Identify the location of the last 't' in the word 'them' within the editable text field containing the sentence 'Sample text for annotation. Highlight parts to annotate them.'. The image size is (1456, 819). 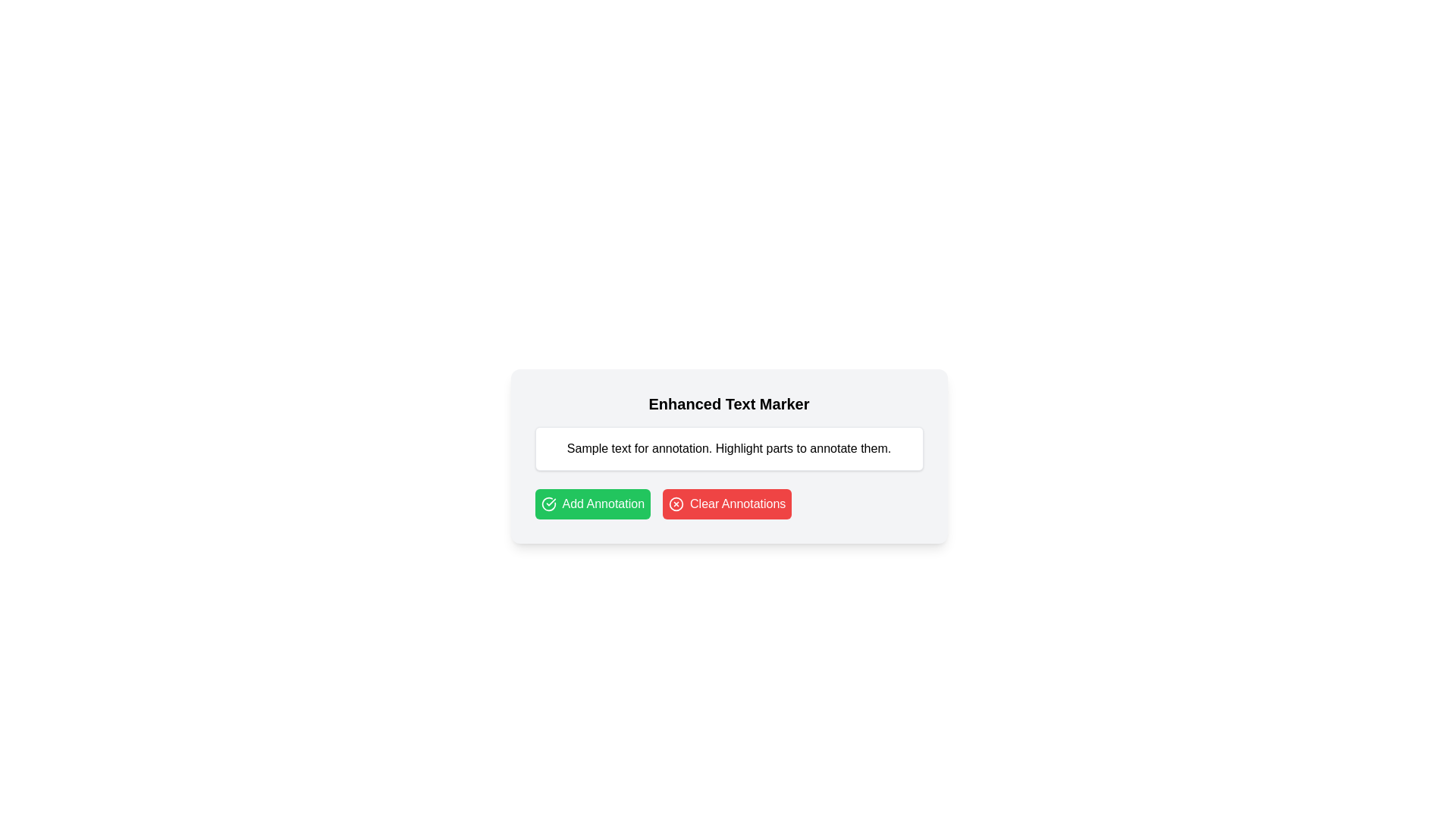
(862, 447).